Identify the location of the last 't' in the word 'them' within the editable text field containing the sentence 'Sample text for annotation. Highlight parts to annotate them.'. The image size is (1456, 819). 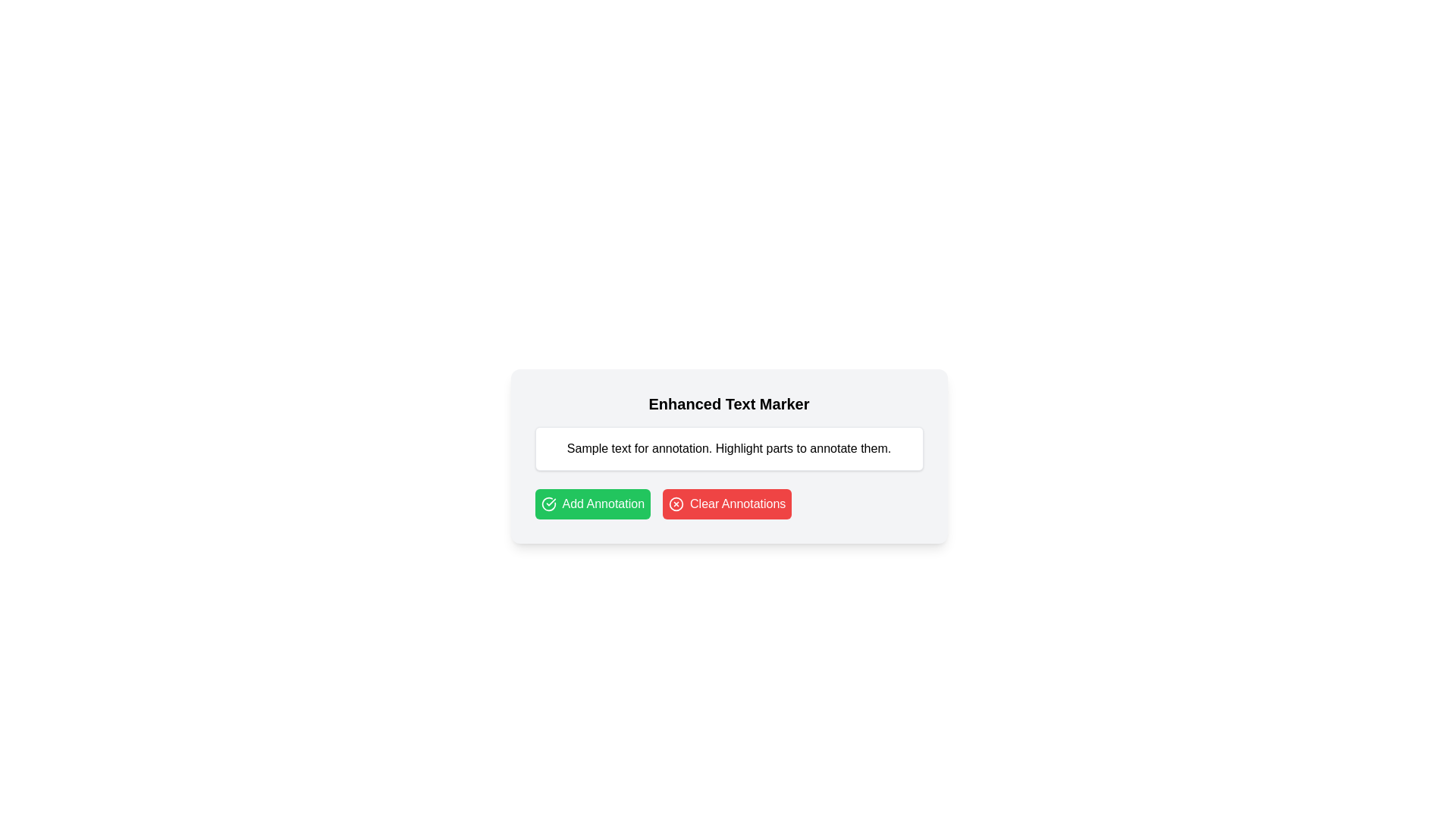
(862, 447).